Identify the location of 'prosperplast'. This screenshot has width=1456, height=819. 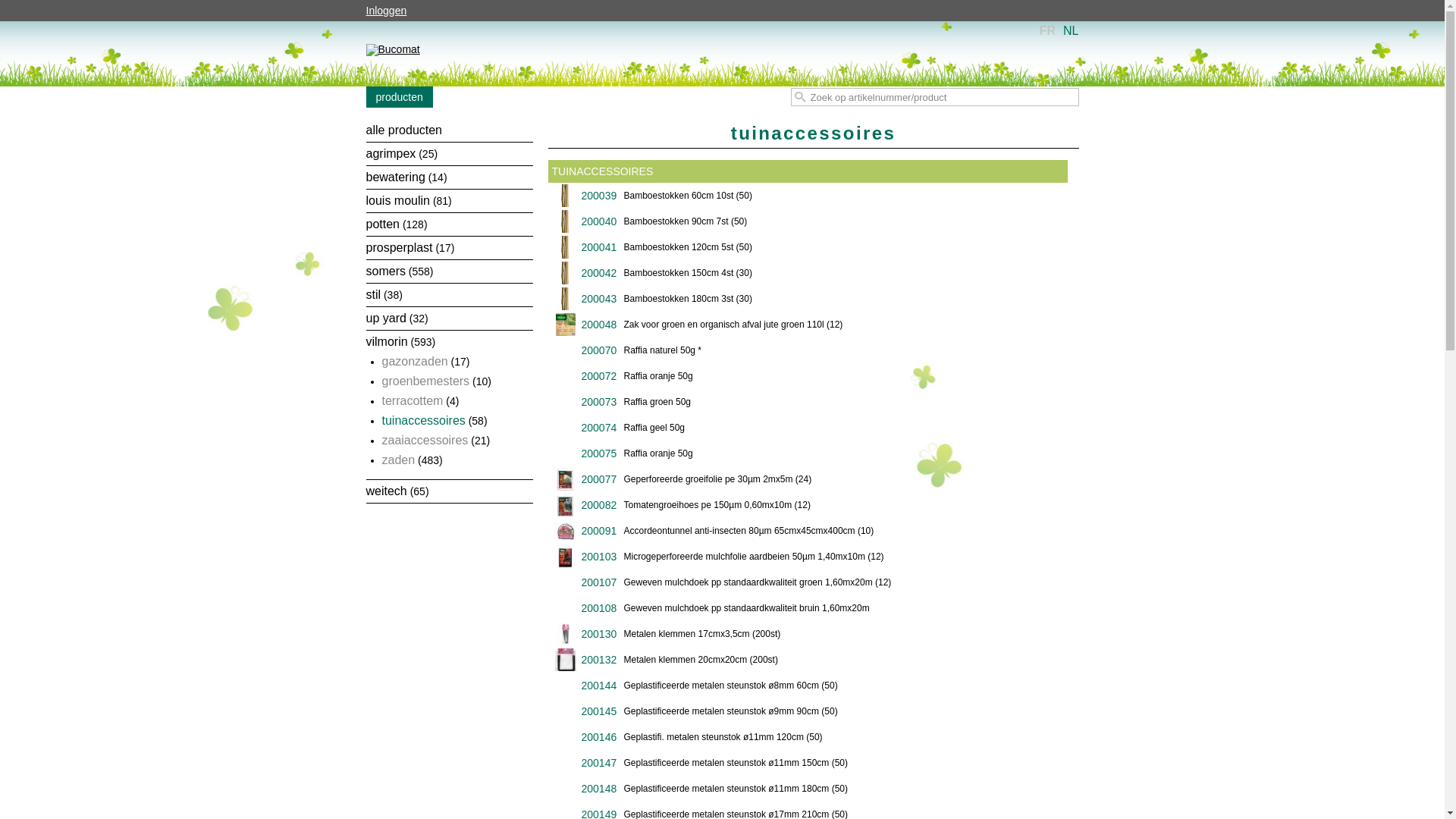
(399, 246).